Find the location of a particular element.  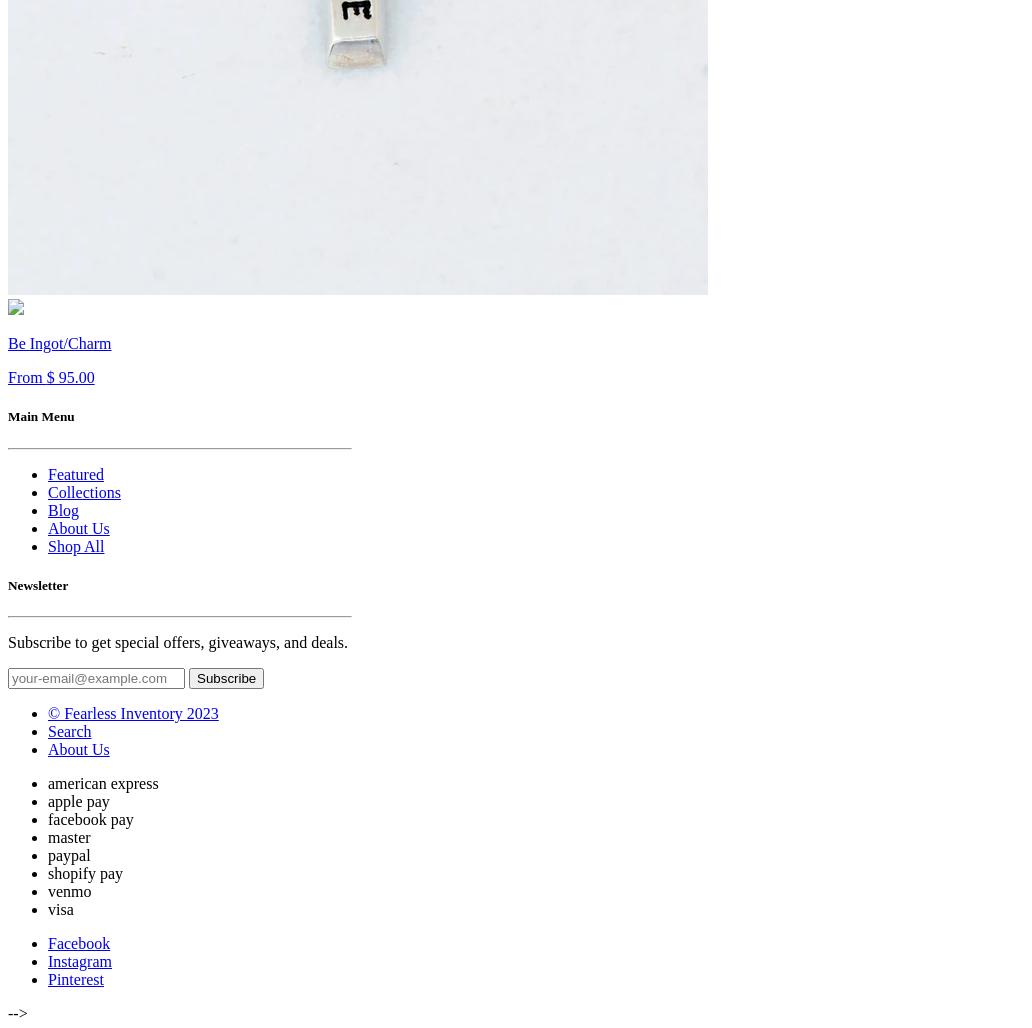

'-->' is located at coordinates (8, 1011).